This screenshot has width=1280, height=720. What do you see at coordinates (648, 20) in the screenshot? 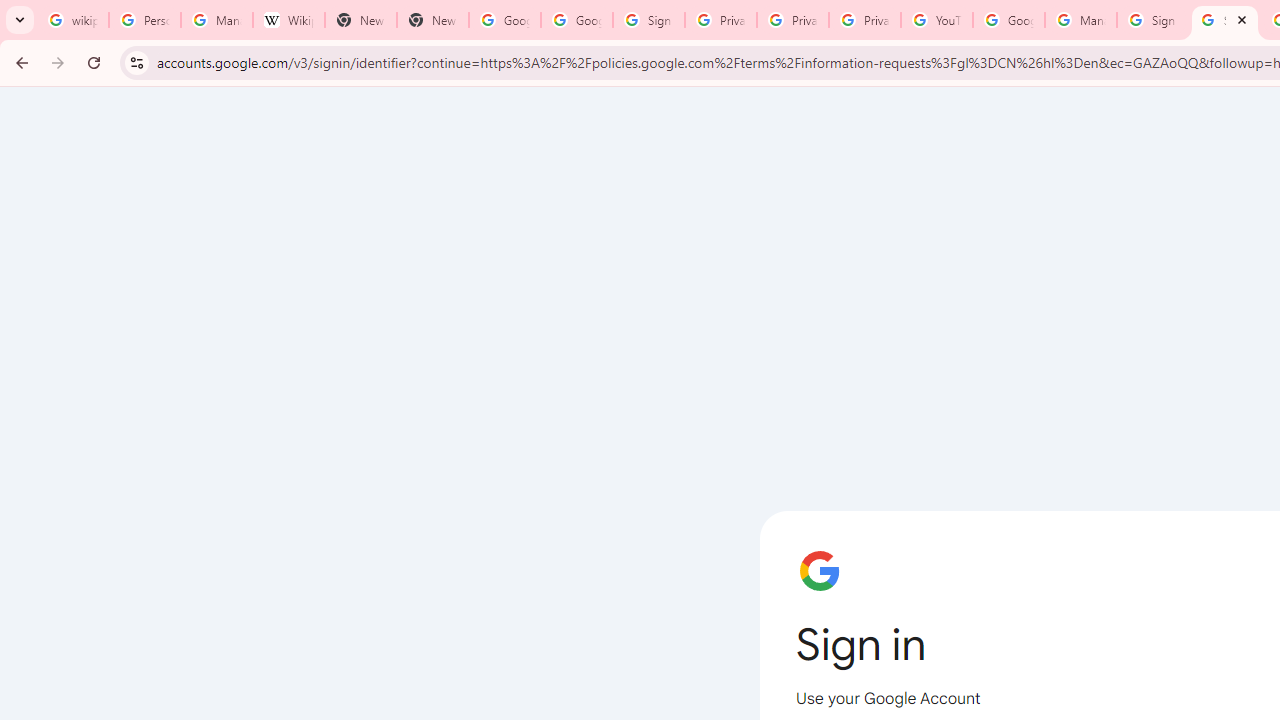
I see `'Sign in - Google Accounts'` at bounding box center [648, 20].